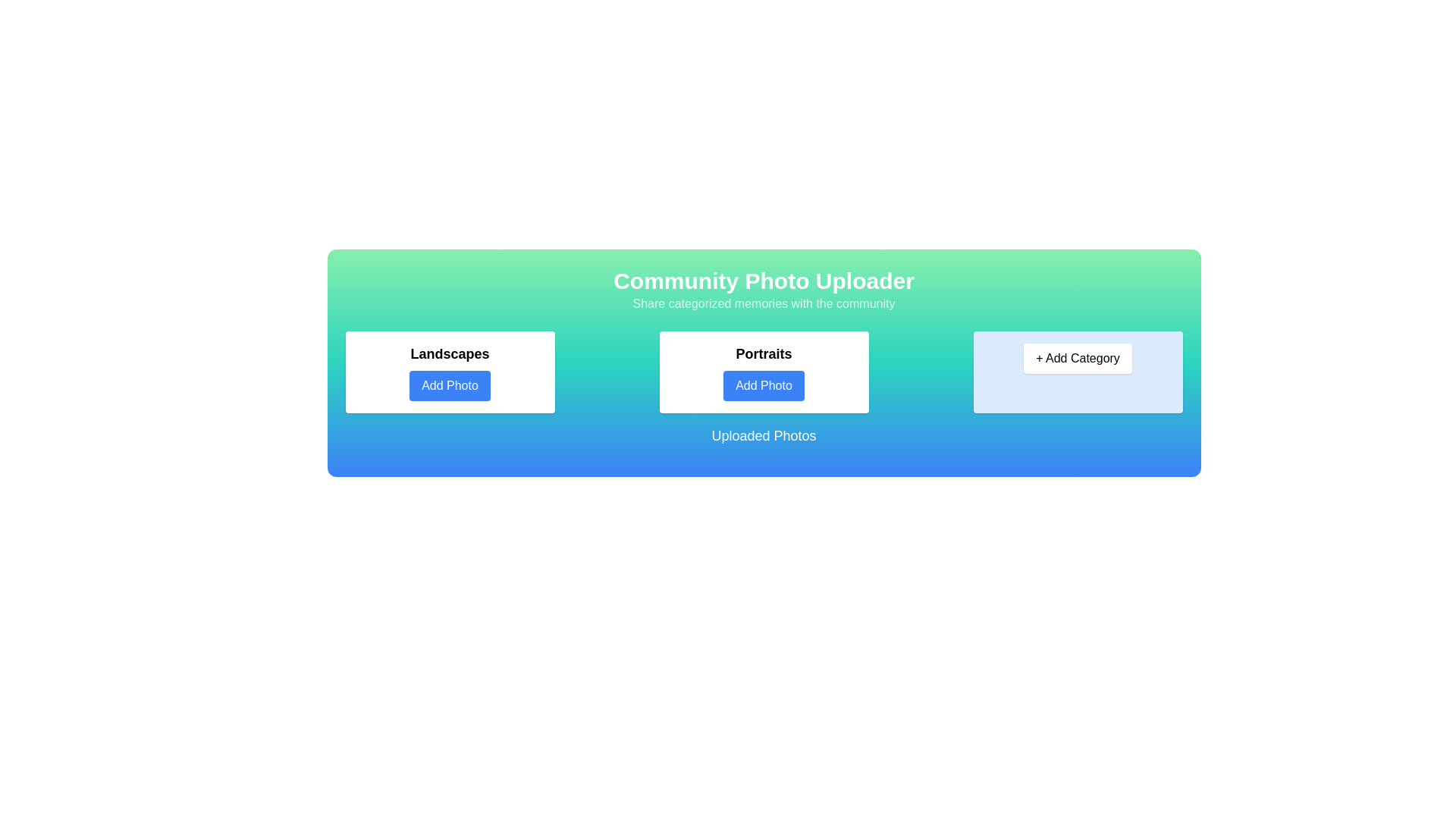 Image resolution: width=1456 pixels, height=819 pixels. Describe the element at coordinates (764, 385) in the screenshot. I see `the button to upload a photo in the 'Portraits' category, which is centrally located beneath the section title and above other content` at that location.